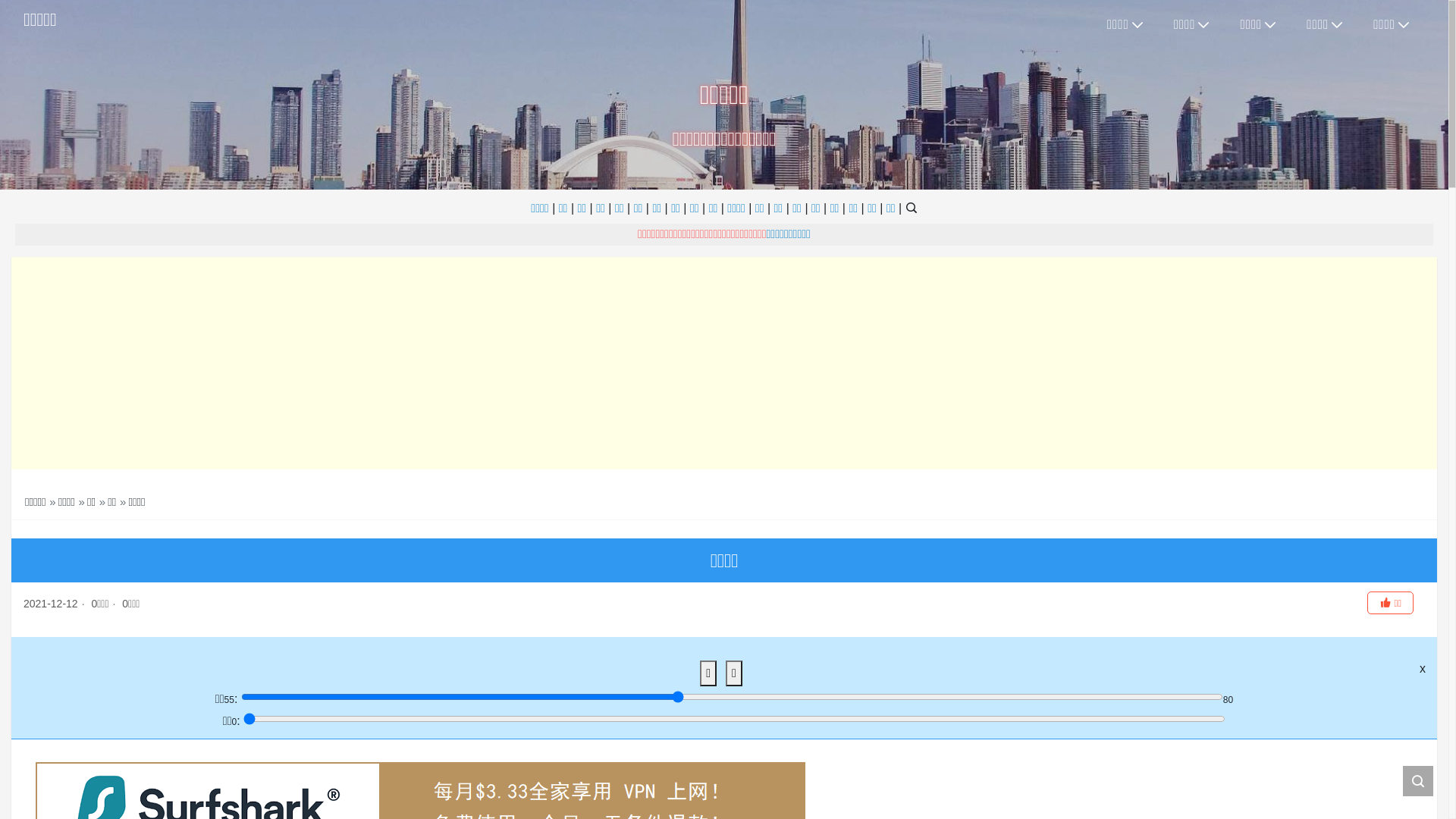 This screenshot has width=1456, height=819. What do you see at coordinates (723, 362) in the screenshot?
I see `'Advertisement'` at bounding box center [723, 362].